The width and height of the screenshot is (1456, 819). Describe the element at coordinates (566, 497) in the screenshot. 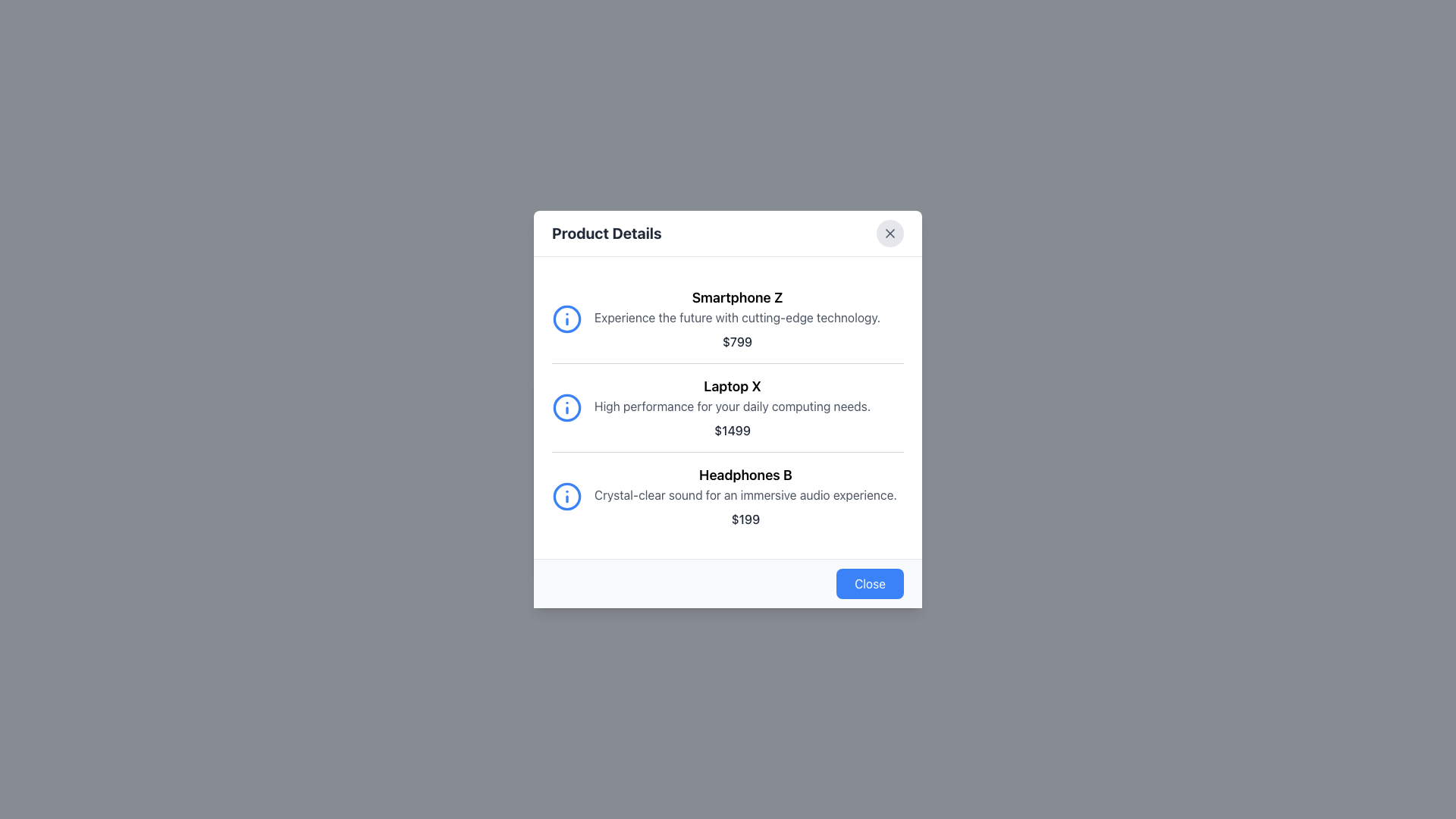

I see `the information icon located to the left of the 'Headphones B' product description in the third item of the vertical list` at that location.